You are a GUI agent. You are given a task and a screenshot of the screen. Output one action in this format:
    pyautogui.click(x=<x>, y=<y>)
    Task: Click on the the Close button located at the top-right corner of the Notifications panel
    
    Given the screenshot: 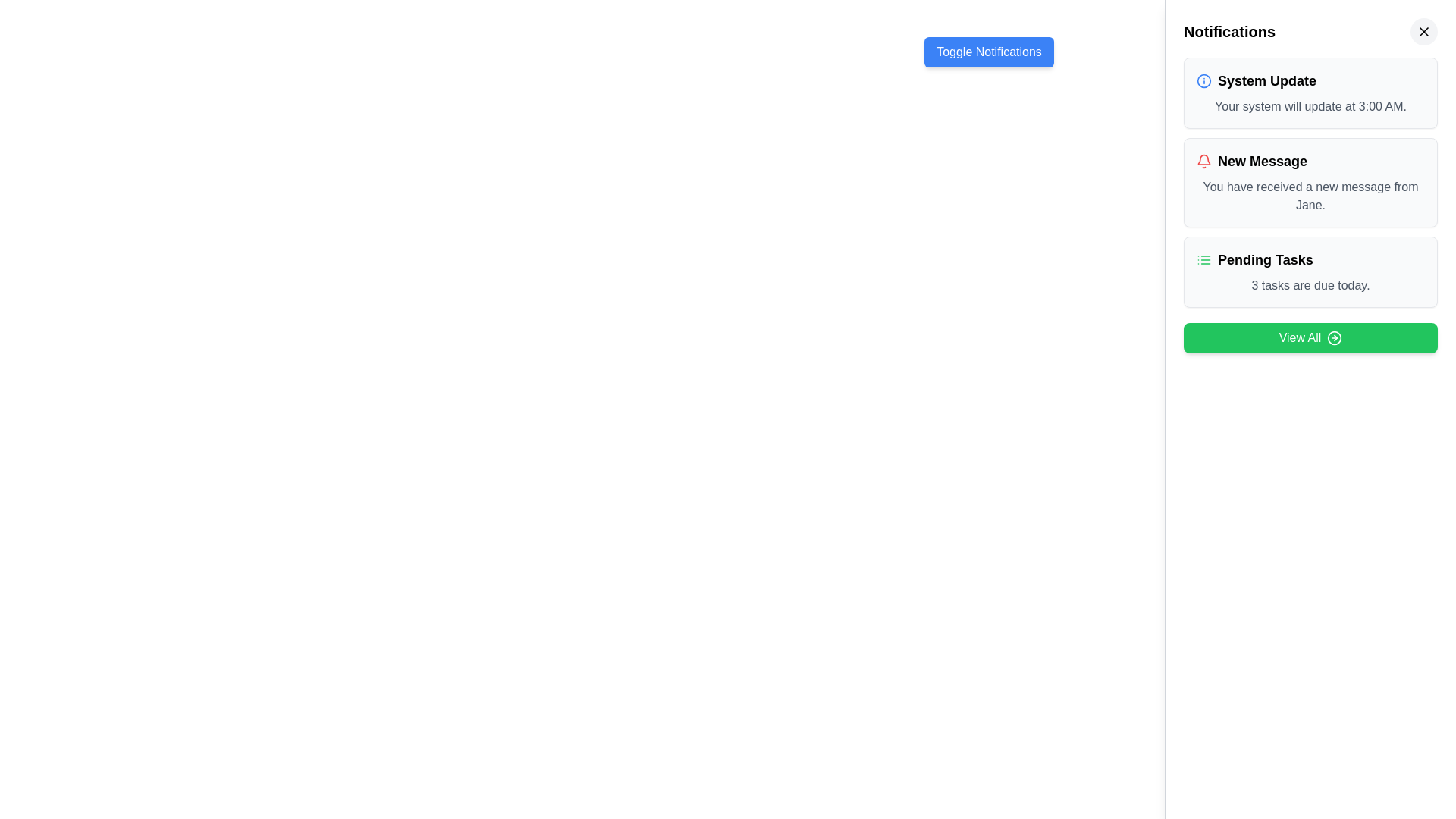 What is the action you would take?
    pyautogui.click(x=1423, y=32)
    